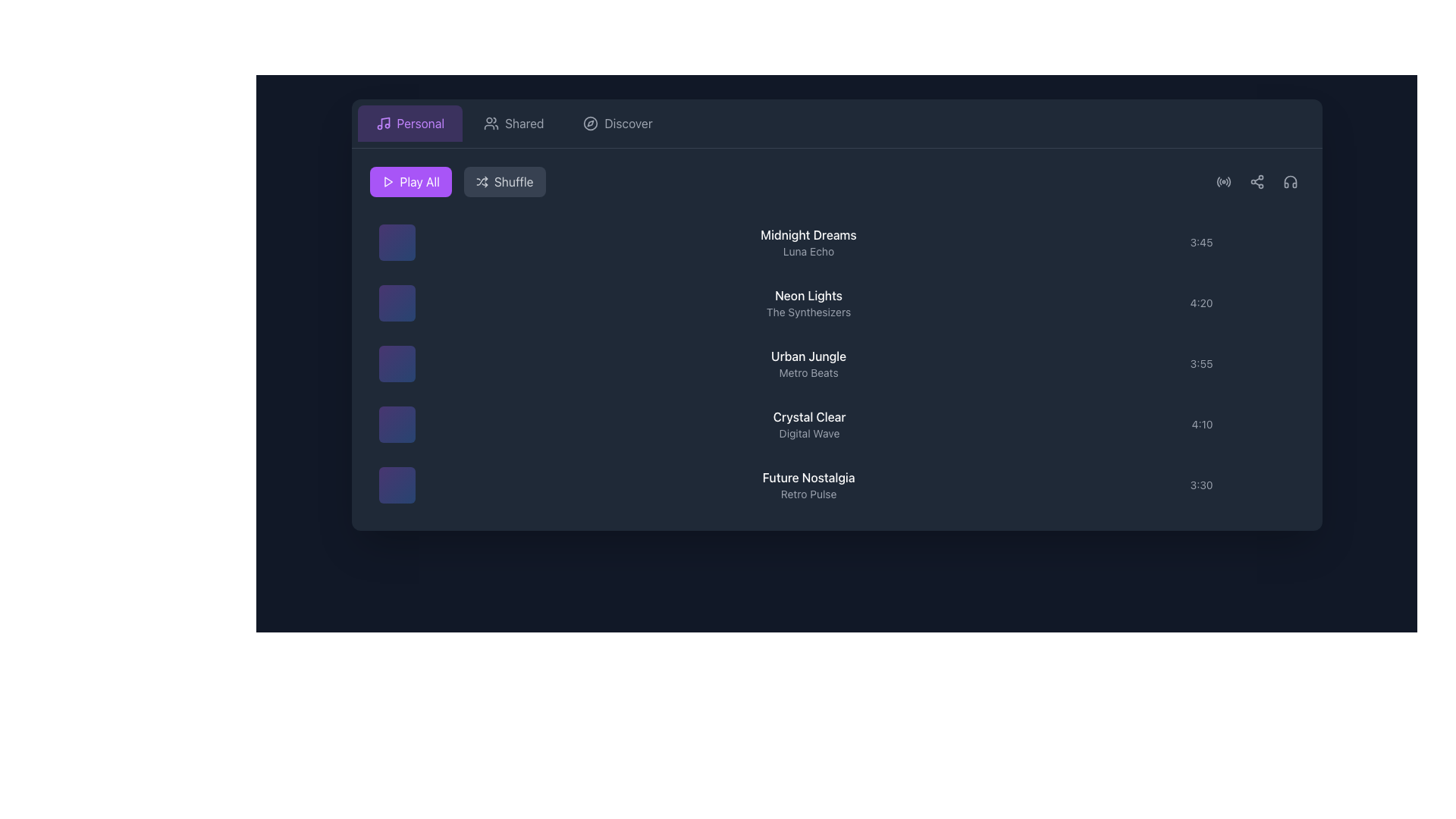 The width and height of the screenshot is (1456, 819). Describe the element at coordinates (397, 363) in the screenshot. I see `the third play button located in the vertical list of play icons` at that location.